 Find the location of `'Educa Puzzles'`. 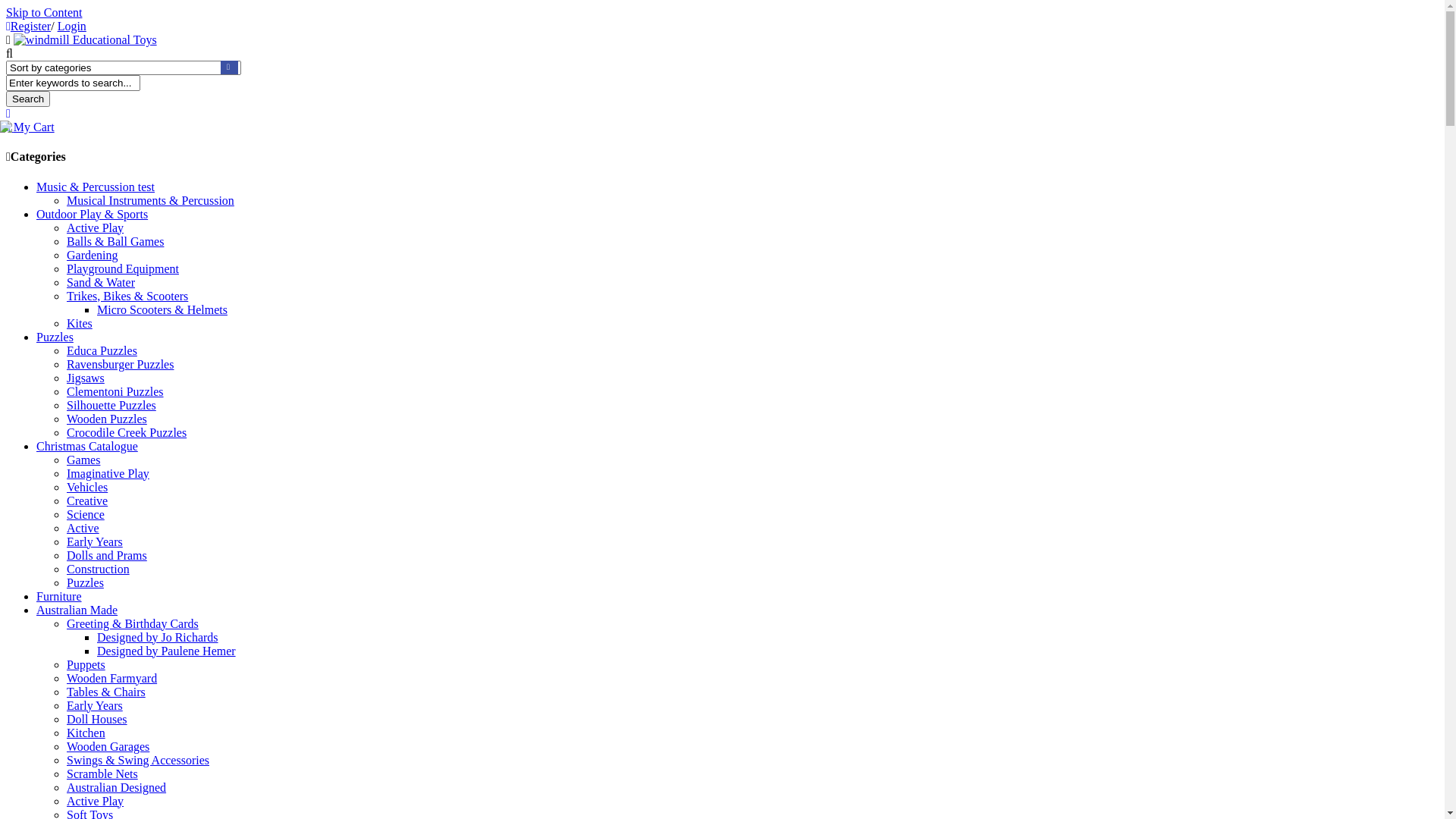

'Educa Puzzles' is located at coordinates (101, 350).